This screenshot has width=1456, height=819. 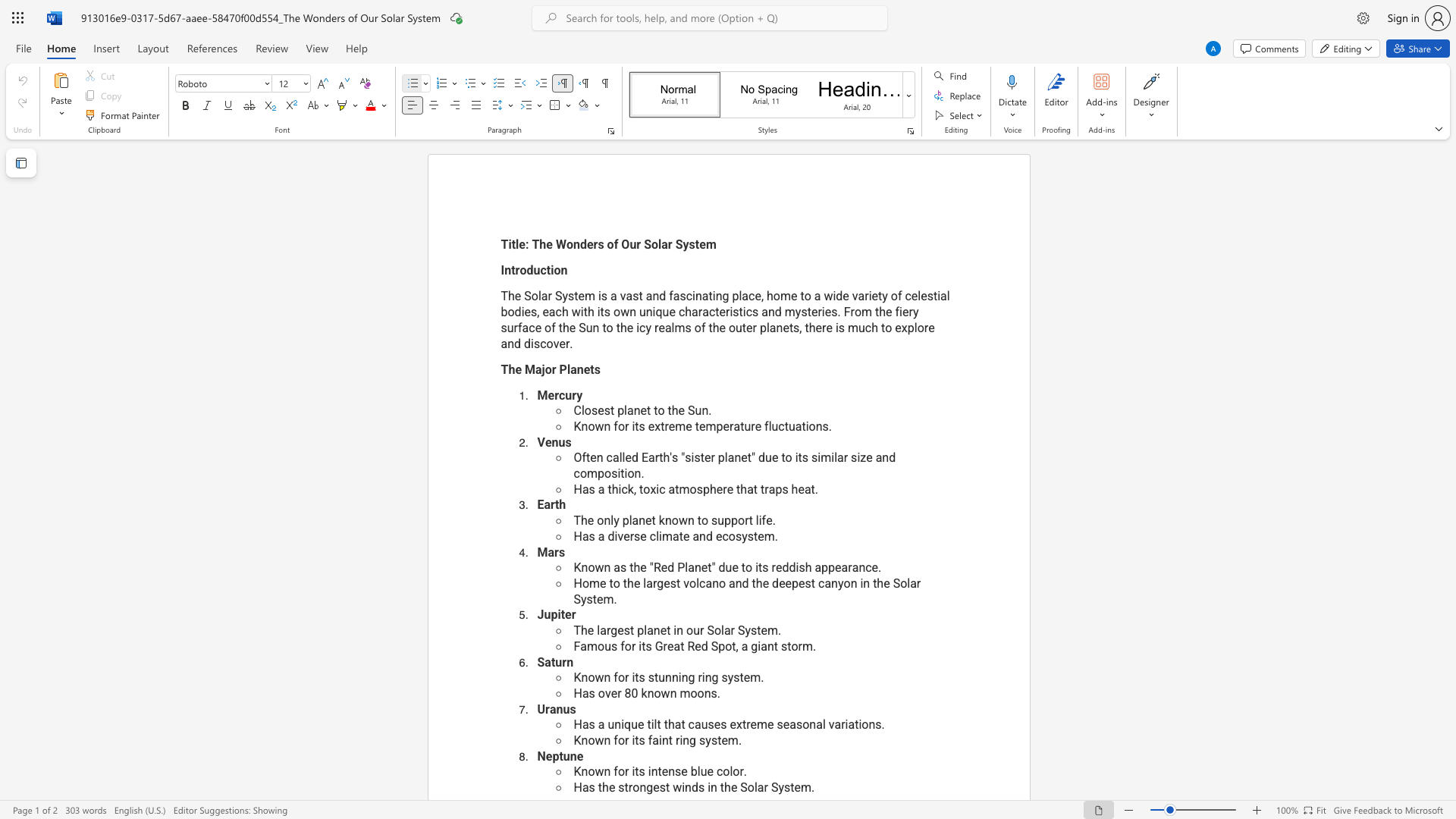 I want to click on the space between the continuous character "u" and "p" in the text, so click(x=723, y=519).